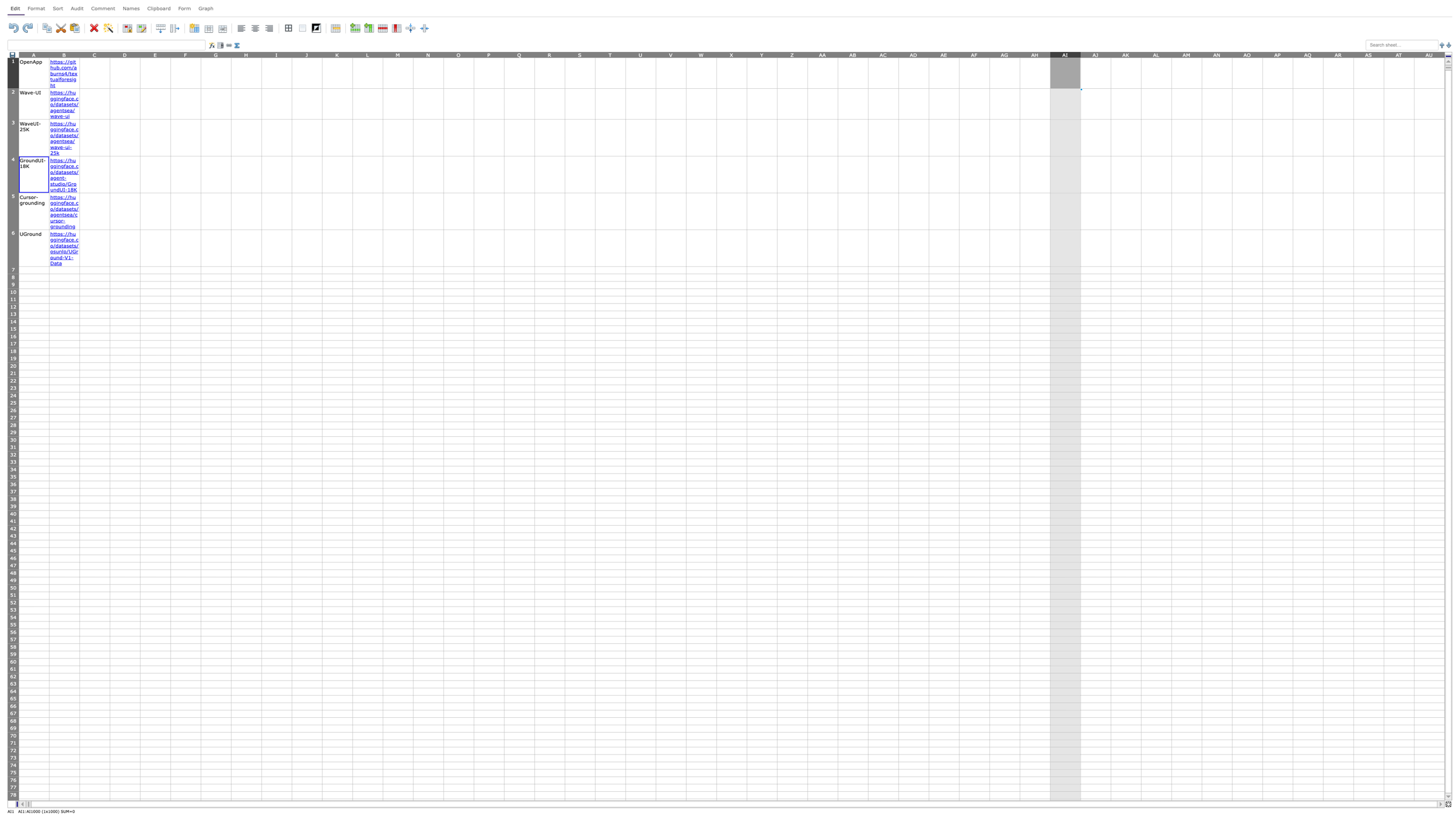 The height and width of the screenshot is (819, 1456). Describe the element at coordinates (1156, 54) in the screenshot. I see `column AL` at that location.